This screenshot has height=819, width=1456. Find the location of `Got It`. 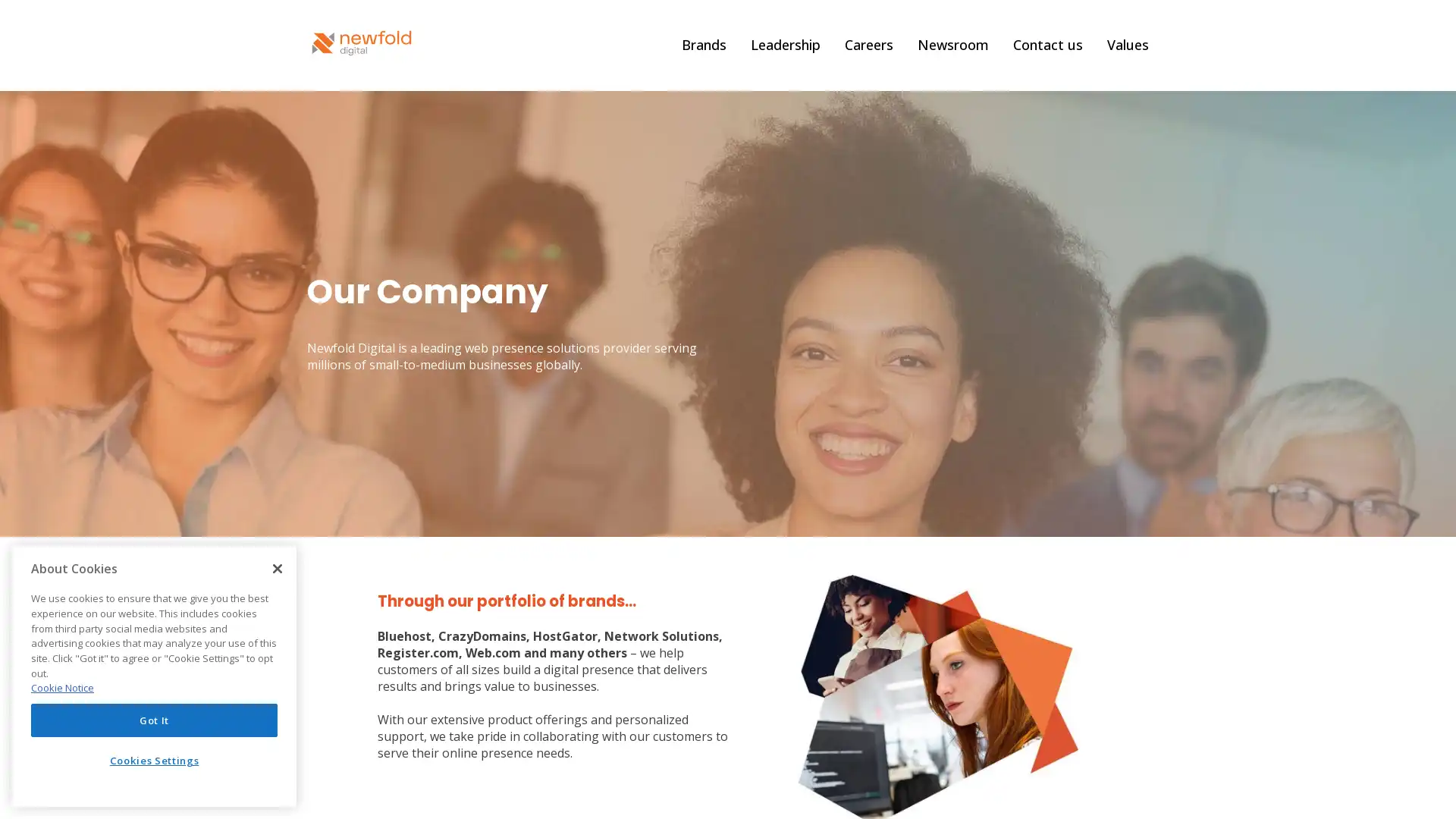

Got It is located at coordinates (154, 719).